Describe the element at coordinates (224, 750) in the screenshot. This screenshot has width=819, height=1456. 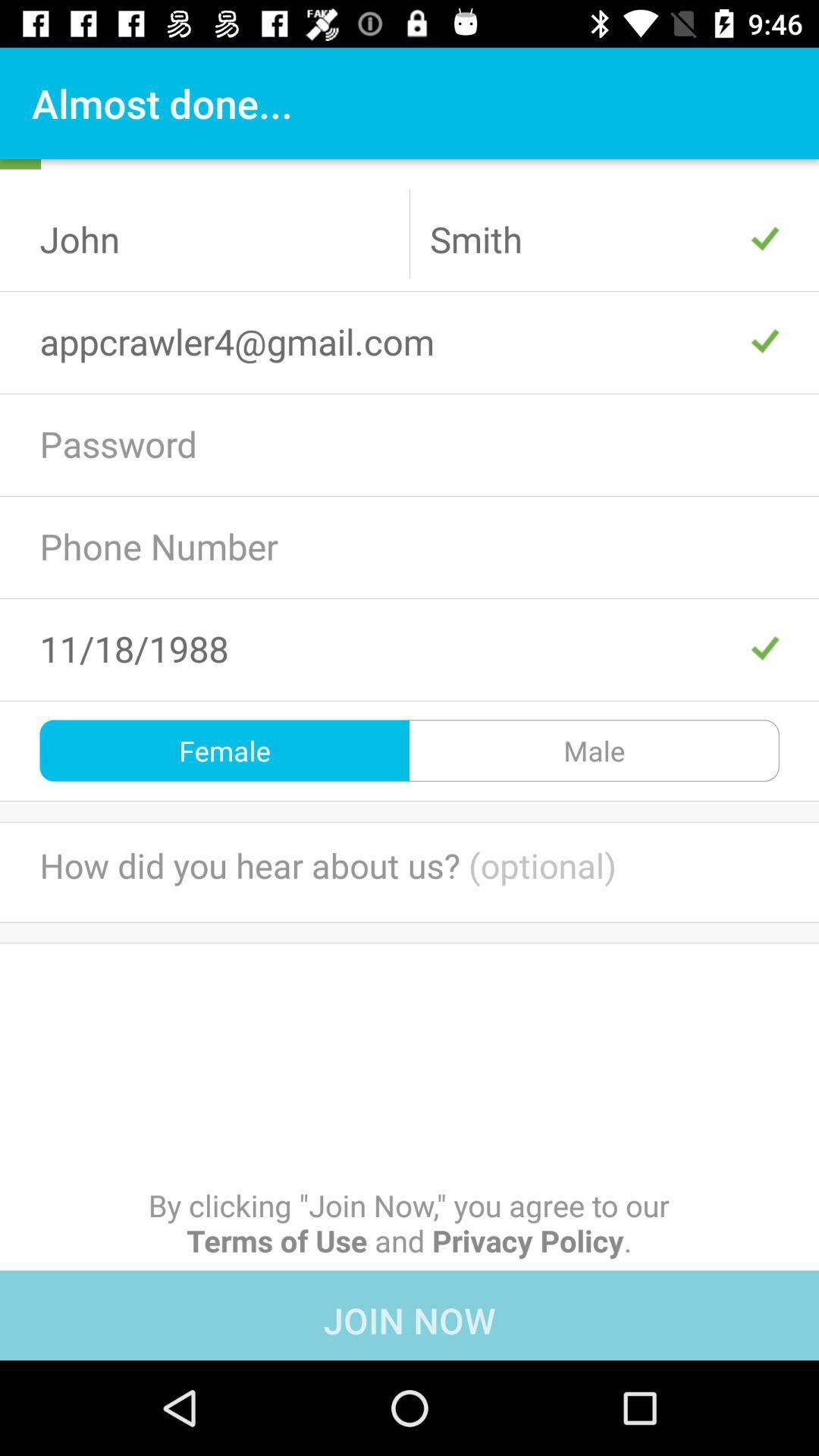
I see `the item to the left of the male icon` at that location.